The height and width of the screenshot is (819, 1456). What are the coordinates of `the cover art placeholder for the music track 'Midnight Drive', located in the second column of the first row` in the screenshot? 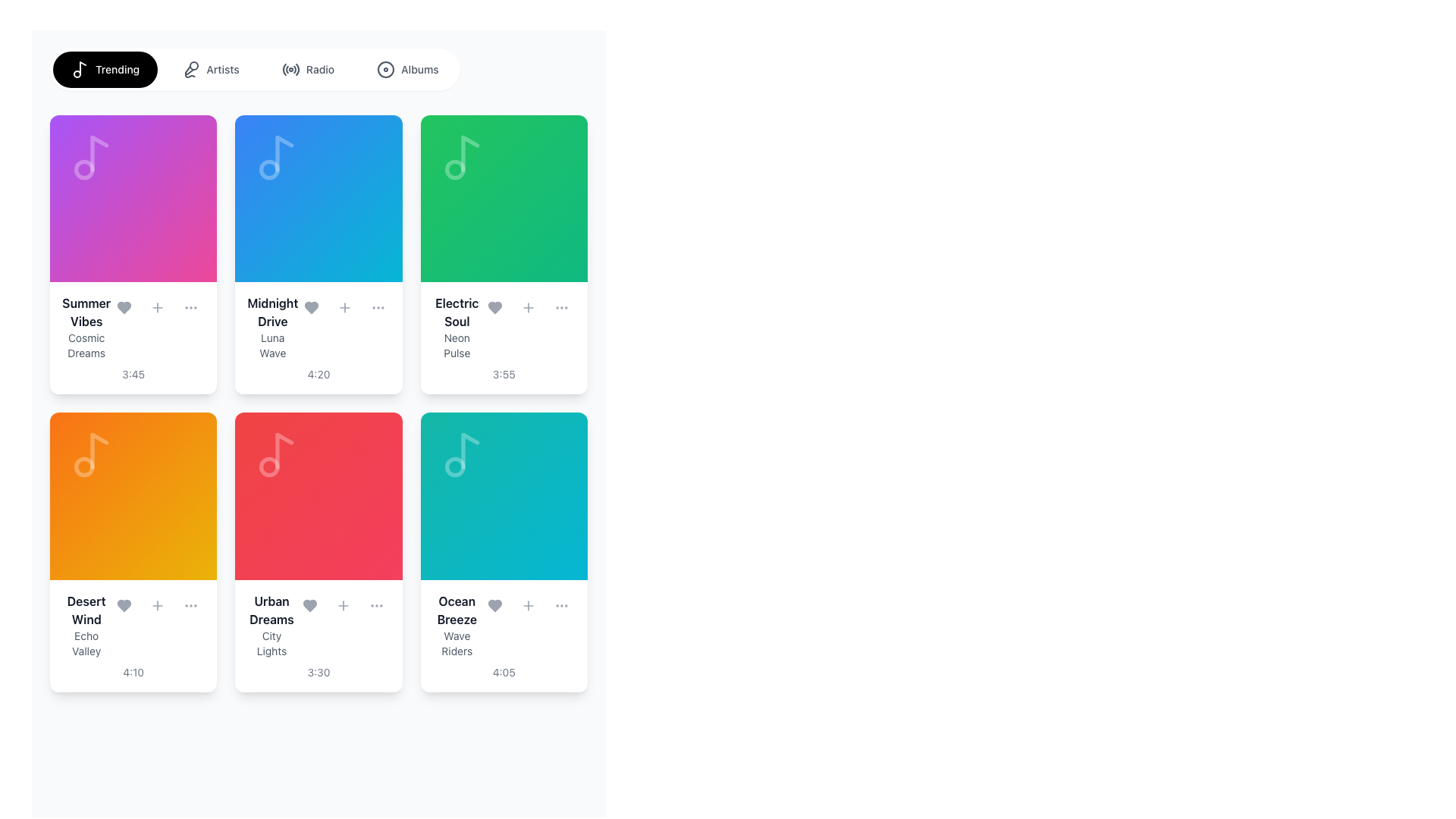 It's located at (318, 198).